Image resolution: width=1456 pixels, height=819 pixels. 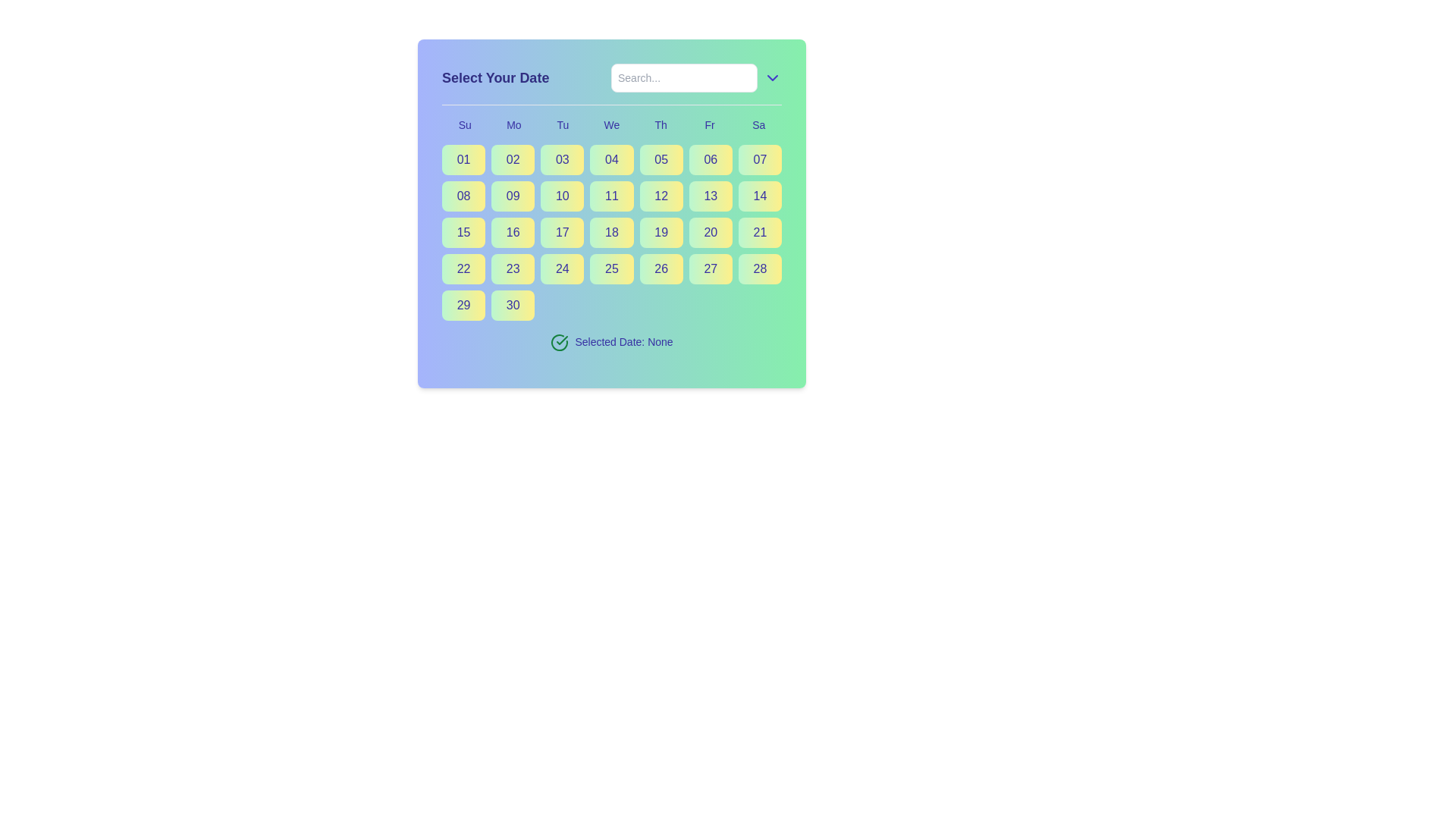 I want to click on the 'Sa' text label in the calendar view, which indicates the Saturday column and is positioned at the end of the weekday abbreviation row, so click(x=758, y=124).